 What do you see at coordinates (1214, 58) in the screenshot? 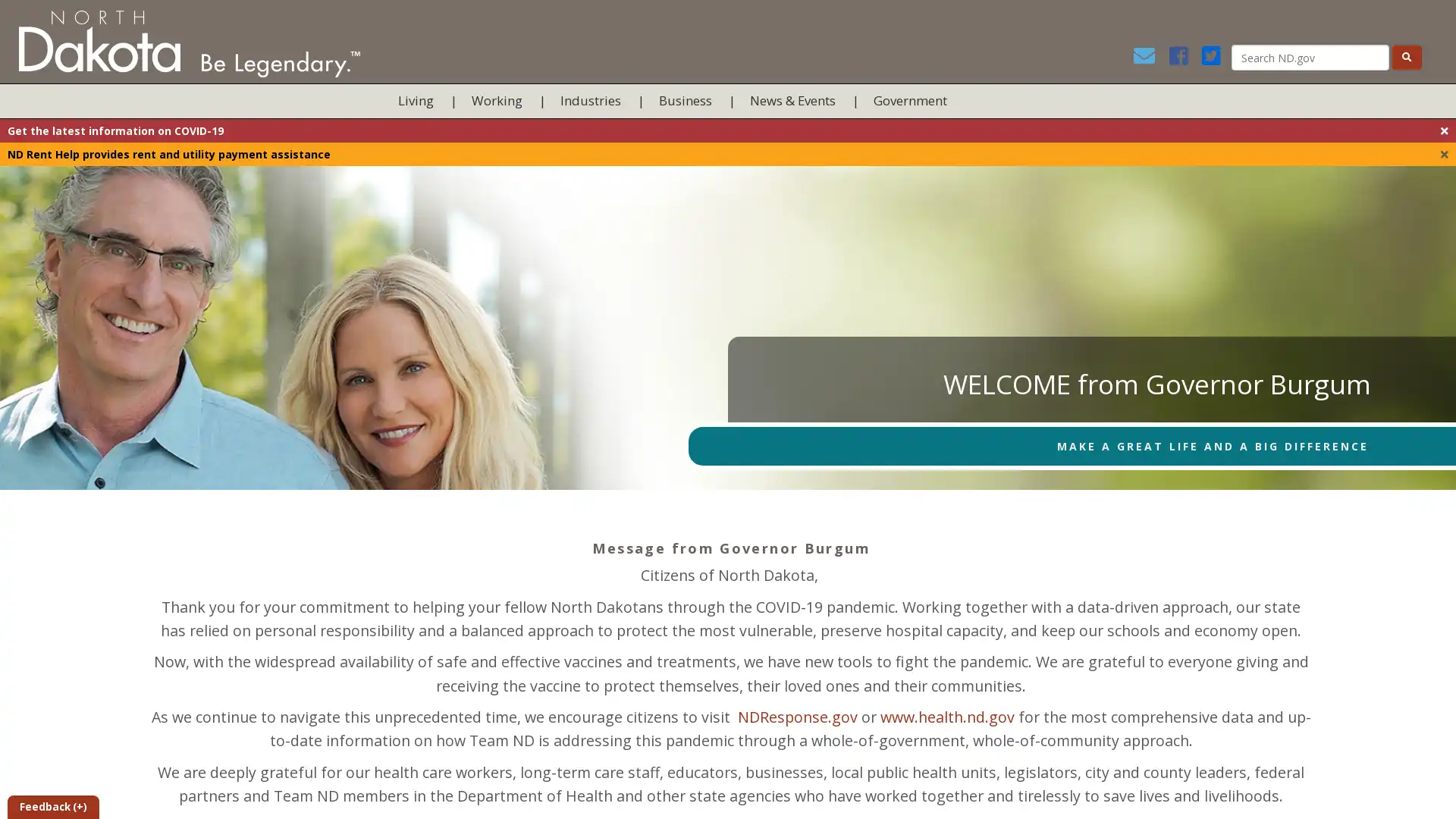
I see `Follow Us on Twitter` at bounding box center [1214, 58].